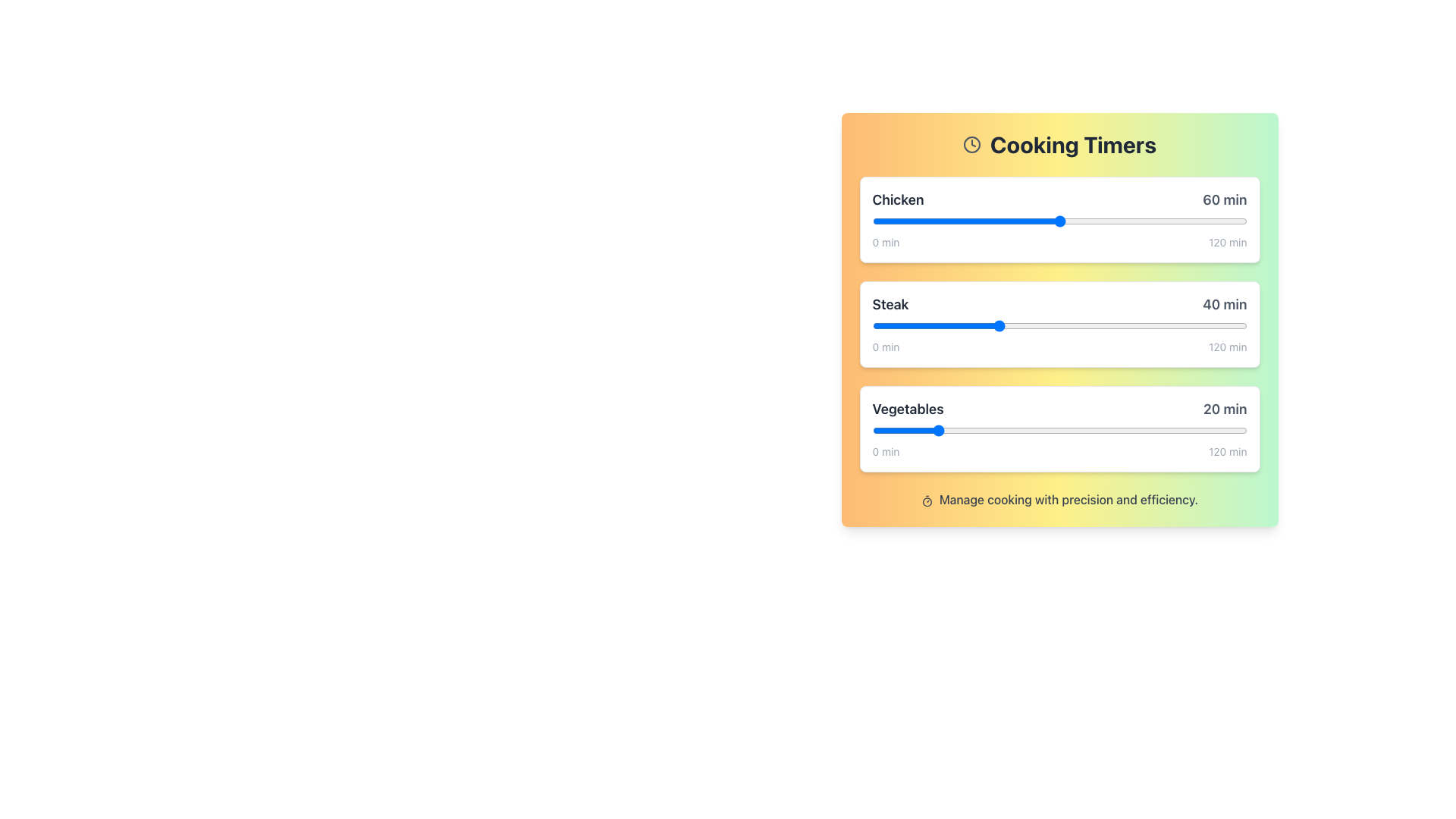 The width and height of the screenshot is (1456, 819). What do you see at coordinates (1234, 430) in the screenshot?
I see `the timer for vegetables` at bounding box center [1234, 430].